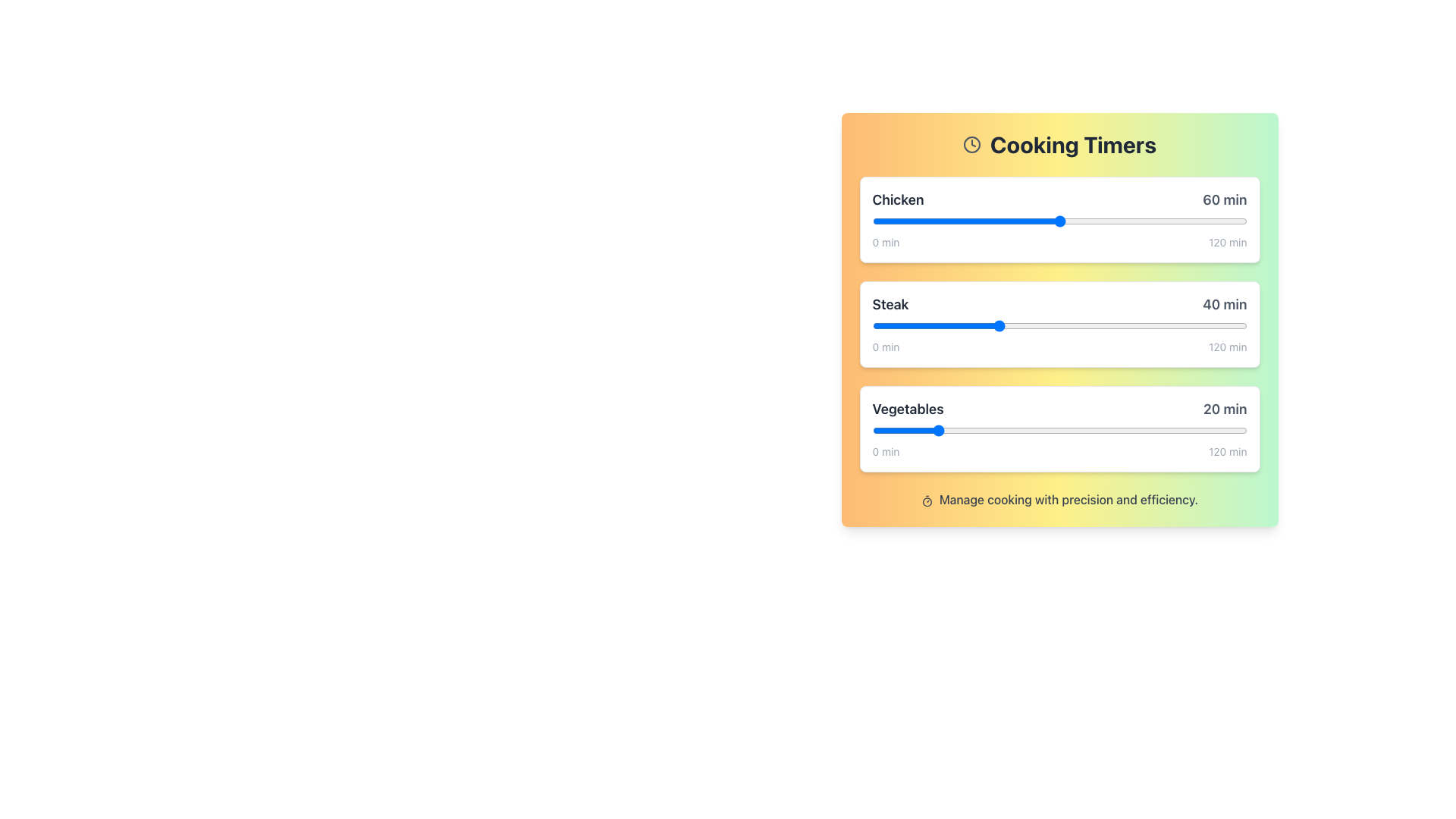 The width and height of the screenshot is (1456, 819). What do you see at coordinates (1234, 430) in the screenshot?
I see `the timer for vegetables` at bounding box center [1234, 430].